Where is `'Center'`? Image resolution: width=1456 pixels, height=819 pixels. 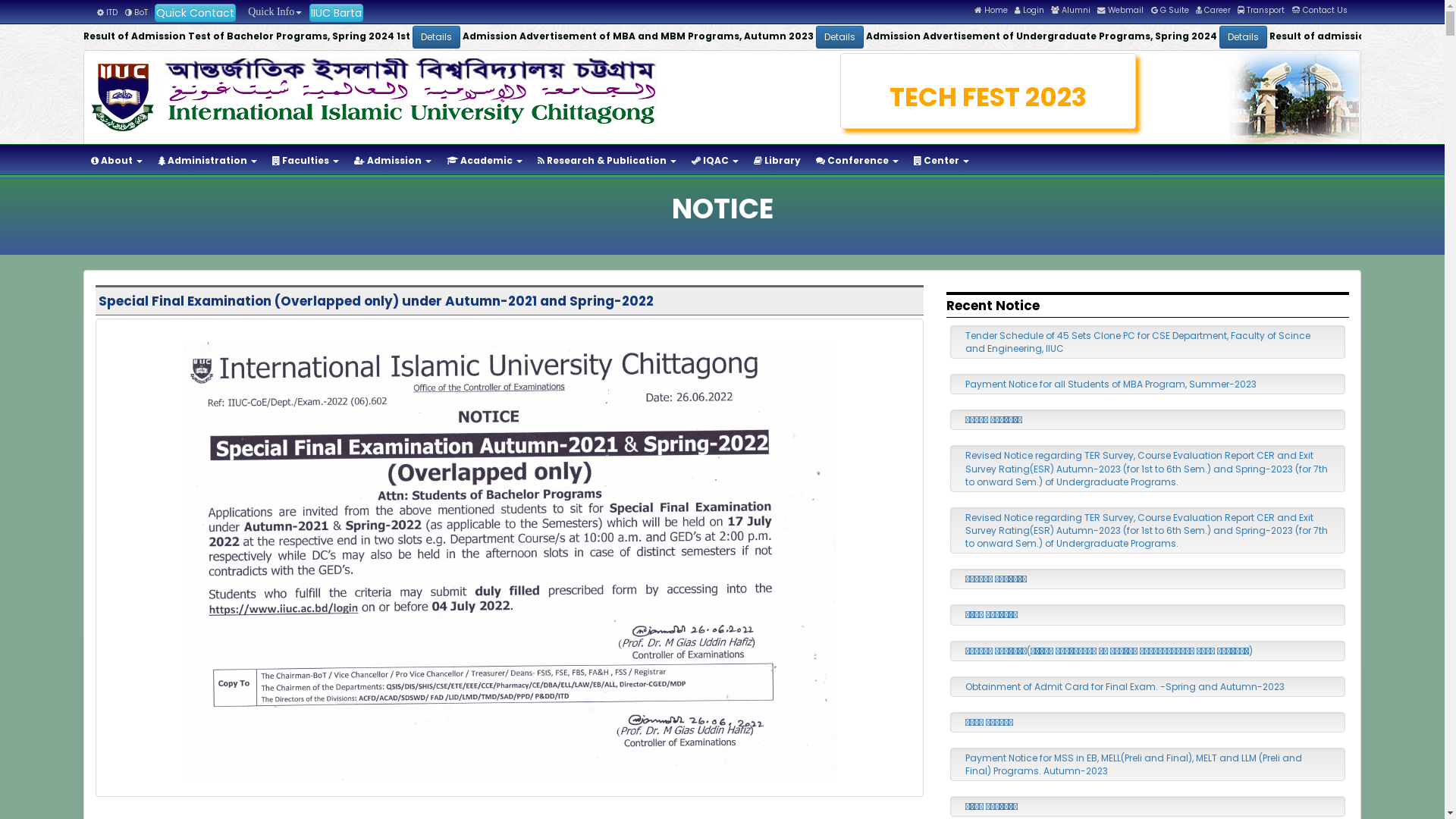 'Center' is located at coordinates (940, 161).